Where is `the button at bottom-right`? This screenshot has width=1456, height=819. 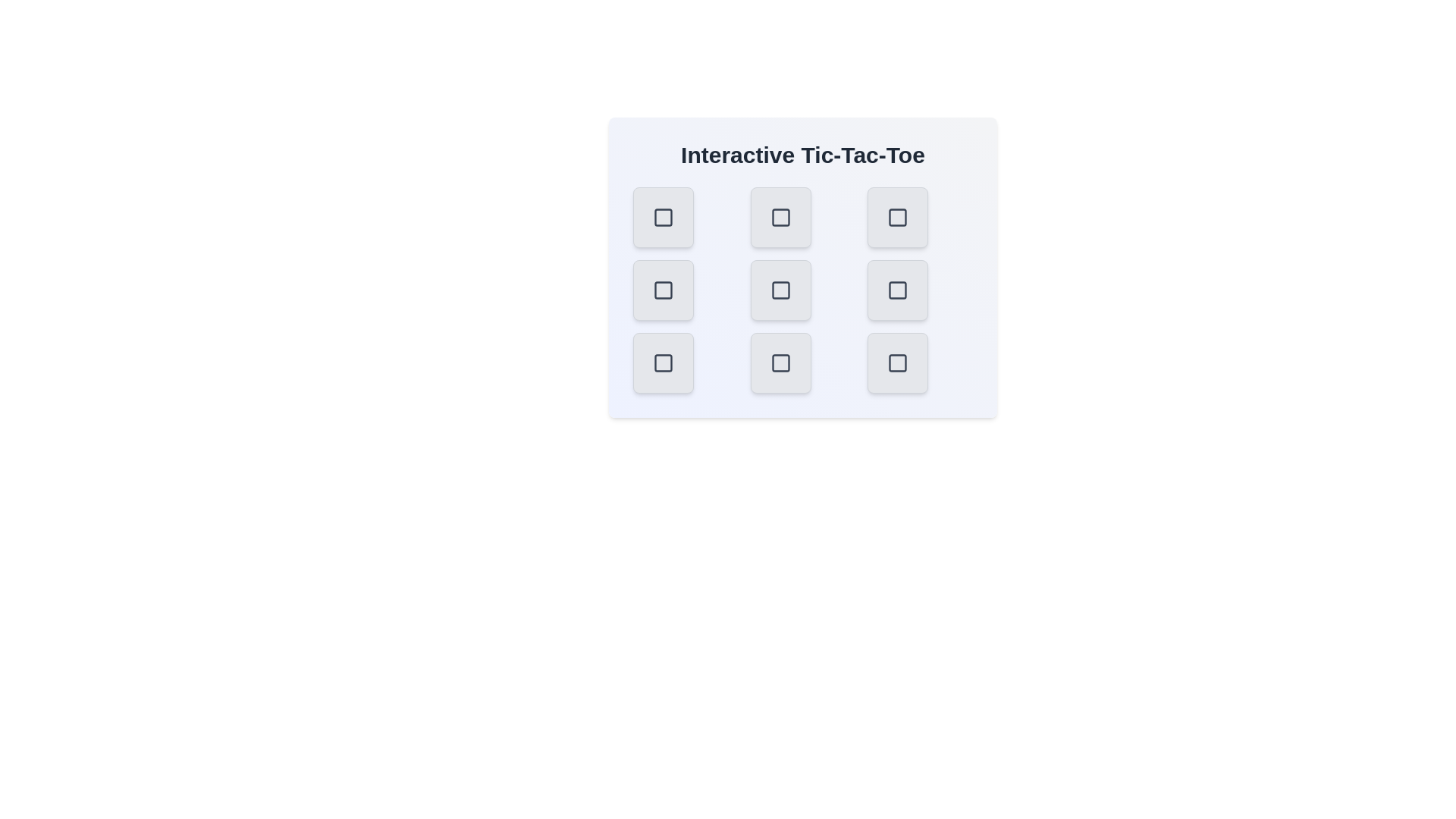
the button at bottom-right is located at coordinates (898, 362).